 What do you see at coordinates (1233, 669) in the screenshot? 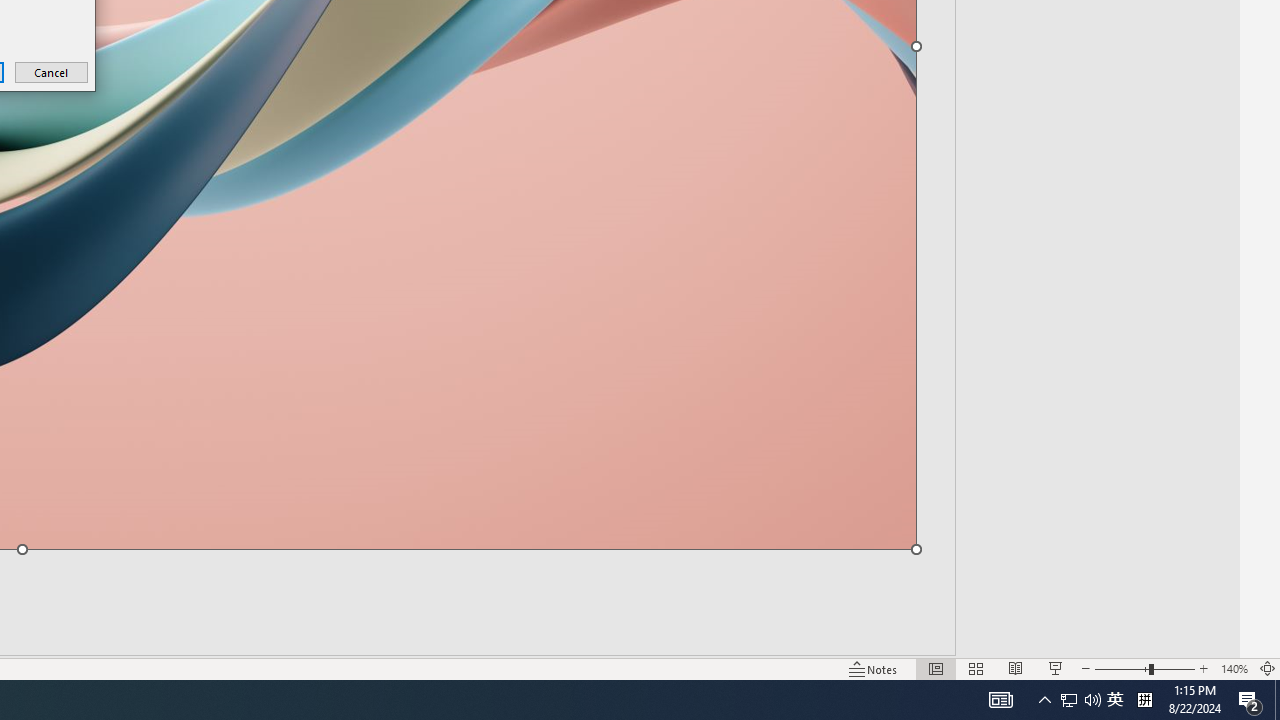
I see `'Zoom 140%'` at bounding box center [1233, 669].